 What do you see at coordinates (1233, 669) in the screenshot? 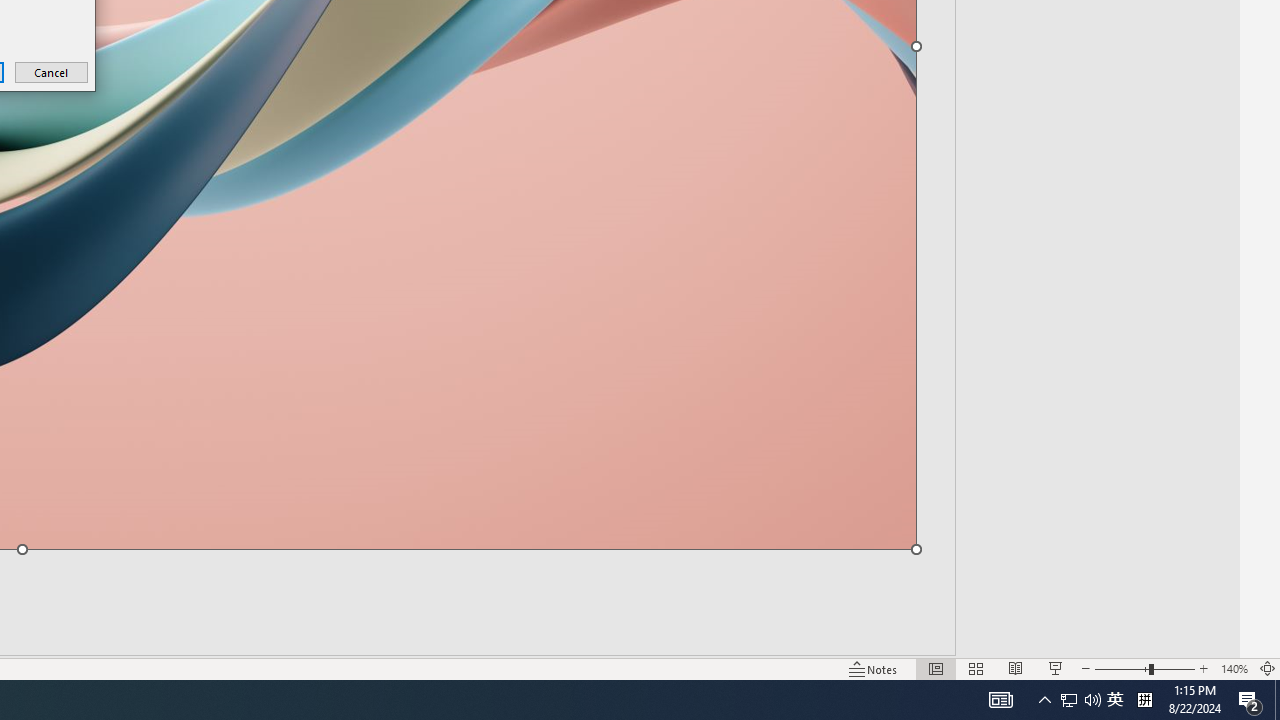
I see `'Zoom 140%'` at bounding box center [1233, 669].